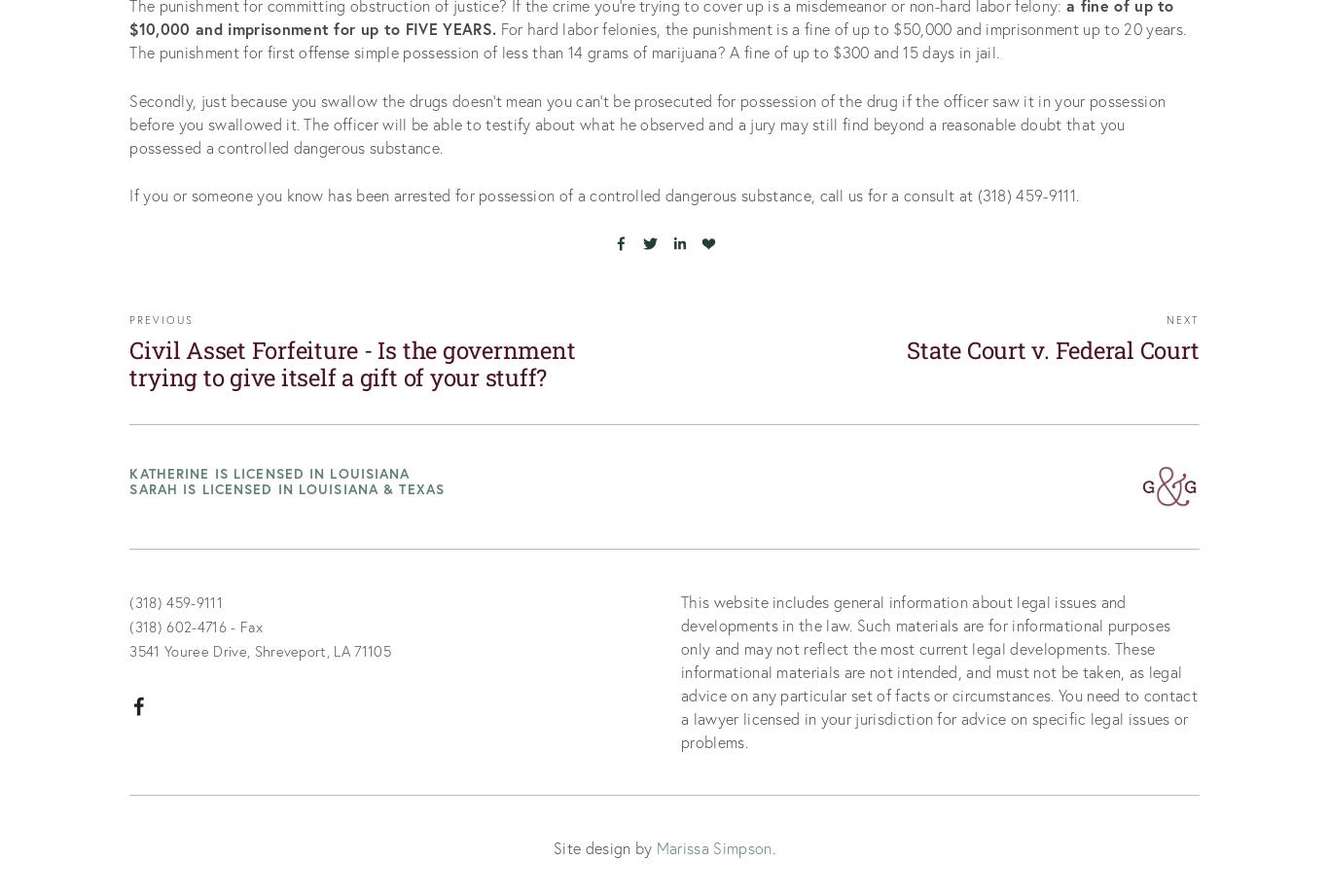 The width and height of the screenshot is (1329, 896). I want to click on 'State Court v. Federal Court', so click(1052, 349).